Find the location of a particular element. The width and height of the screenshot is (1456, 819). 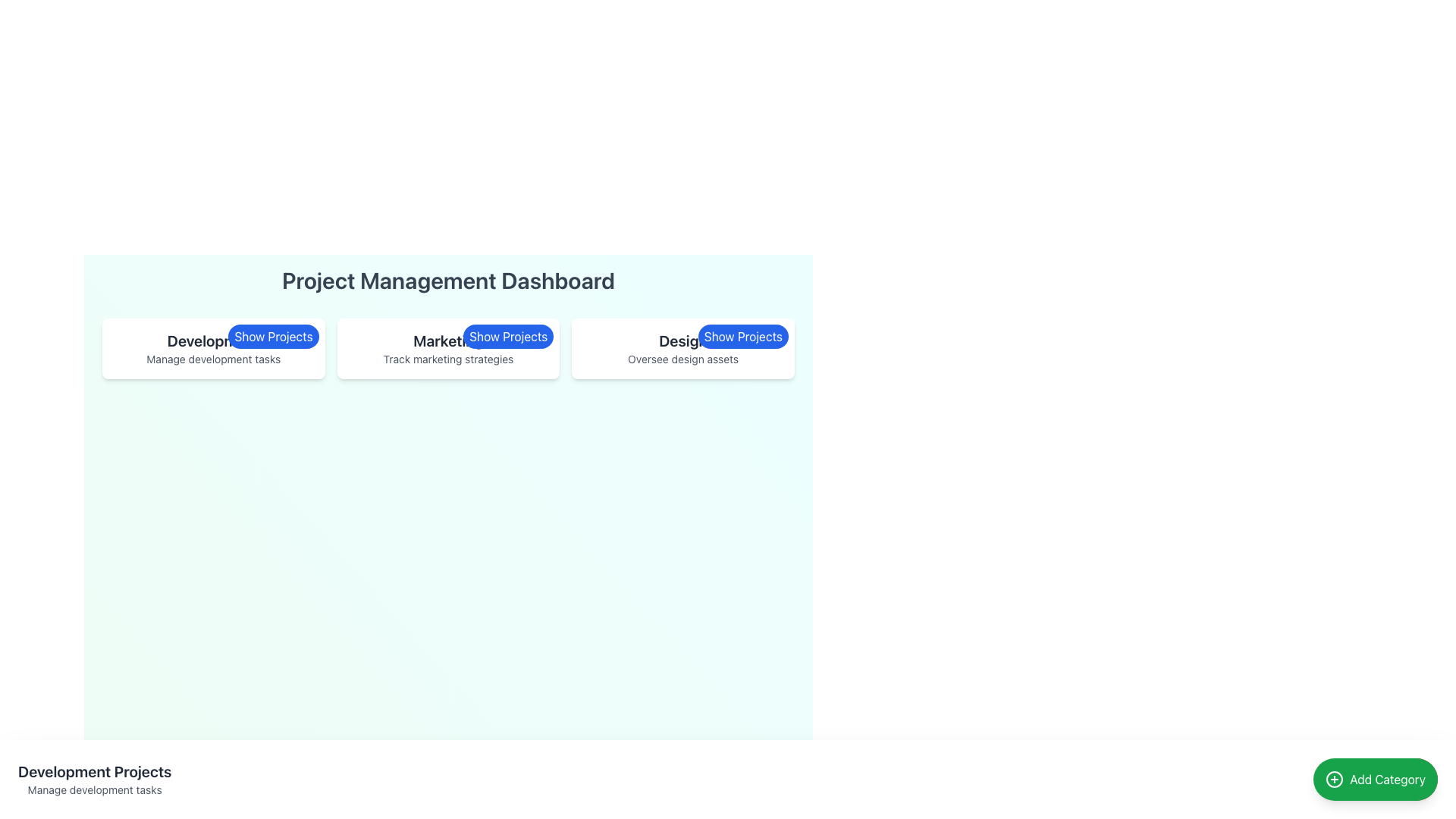

the non-interactive descriptive subtitle text label for the 'Development Projects' section, located directly beneath the heading is located at coordinates (94, 789).